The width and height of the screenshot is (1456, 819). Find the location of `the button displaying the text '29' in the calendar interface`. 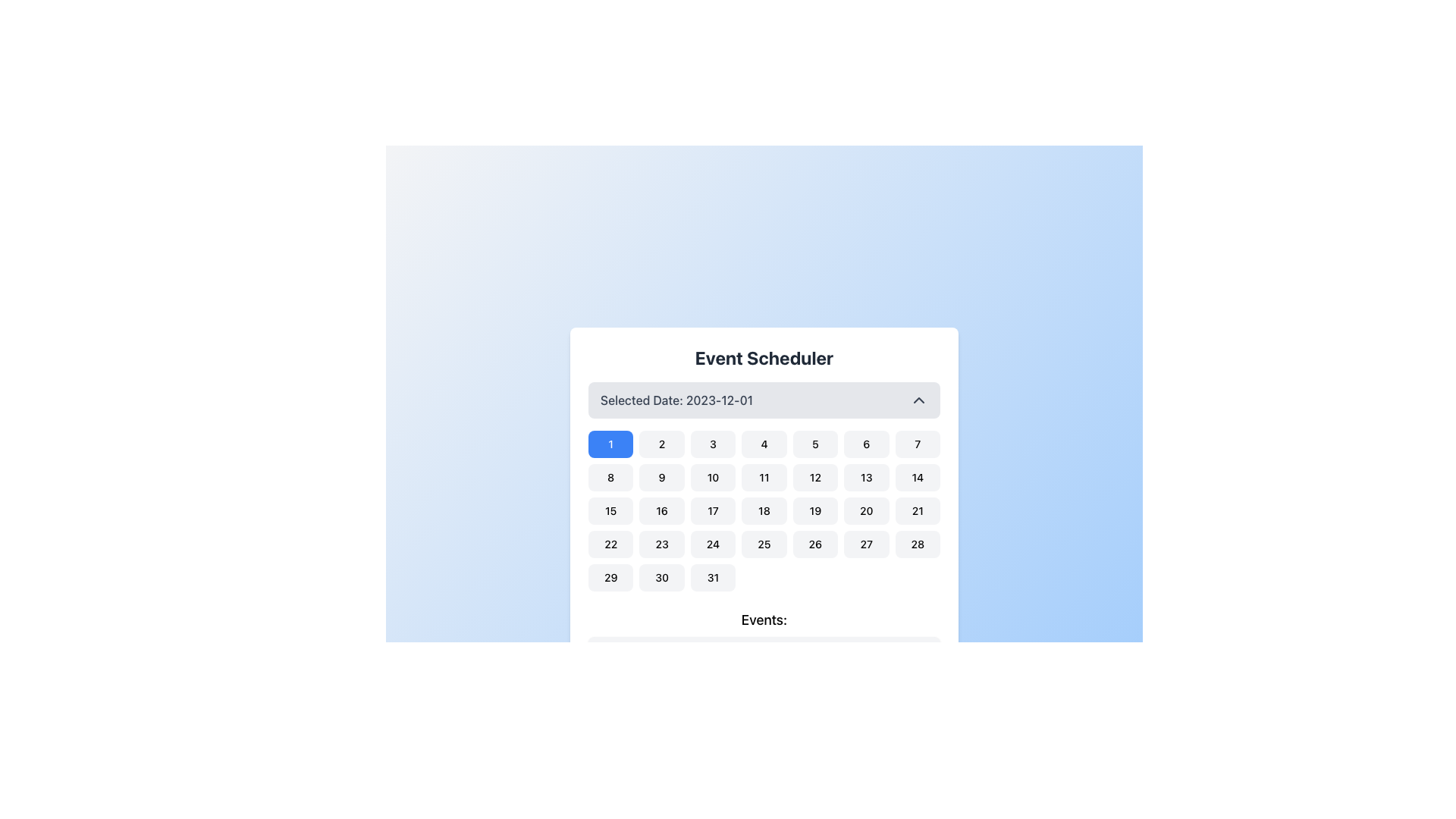

the button displaying the text '29' in the calendar interface is located at coordinates (610, 578).